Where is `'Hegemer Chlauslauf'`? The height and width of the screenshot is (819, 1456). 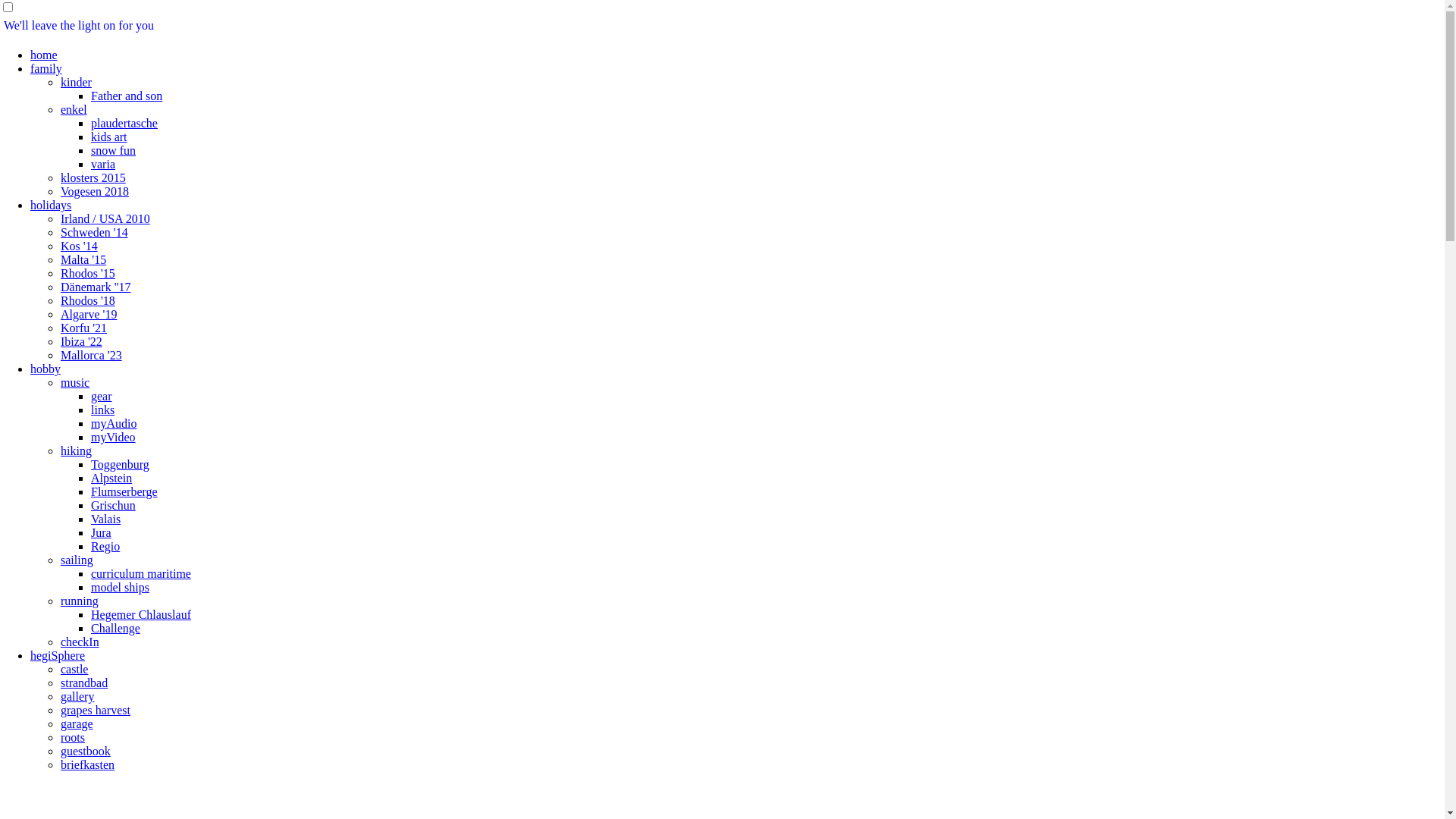
'Hegemer Chlauslauf' is located at coordinates (141, 614).